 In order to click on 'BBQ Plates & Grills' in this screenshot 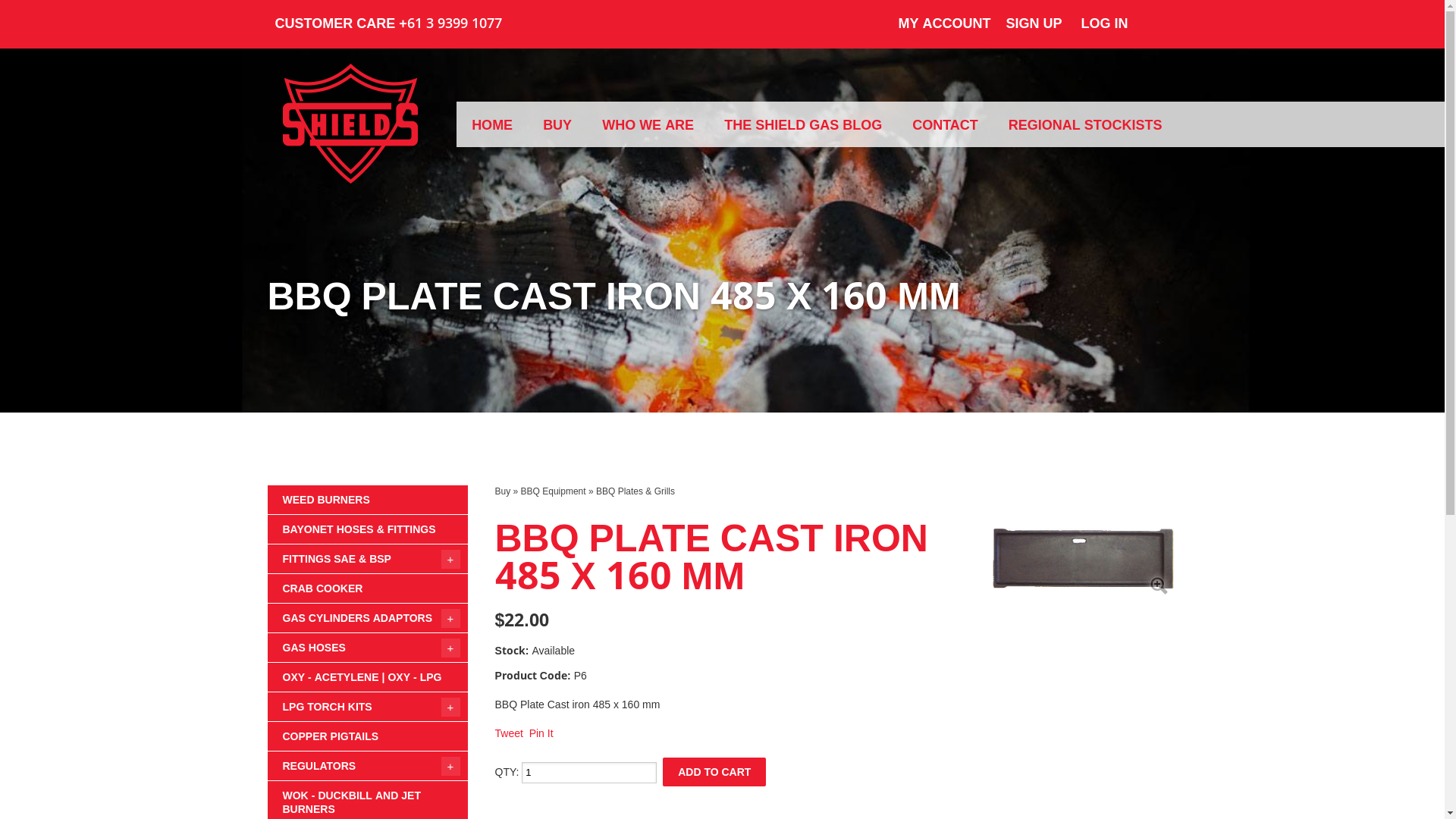, I will do `click(595, 491)`.